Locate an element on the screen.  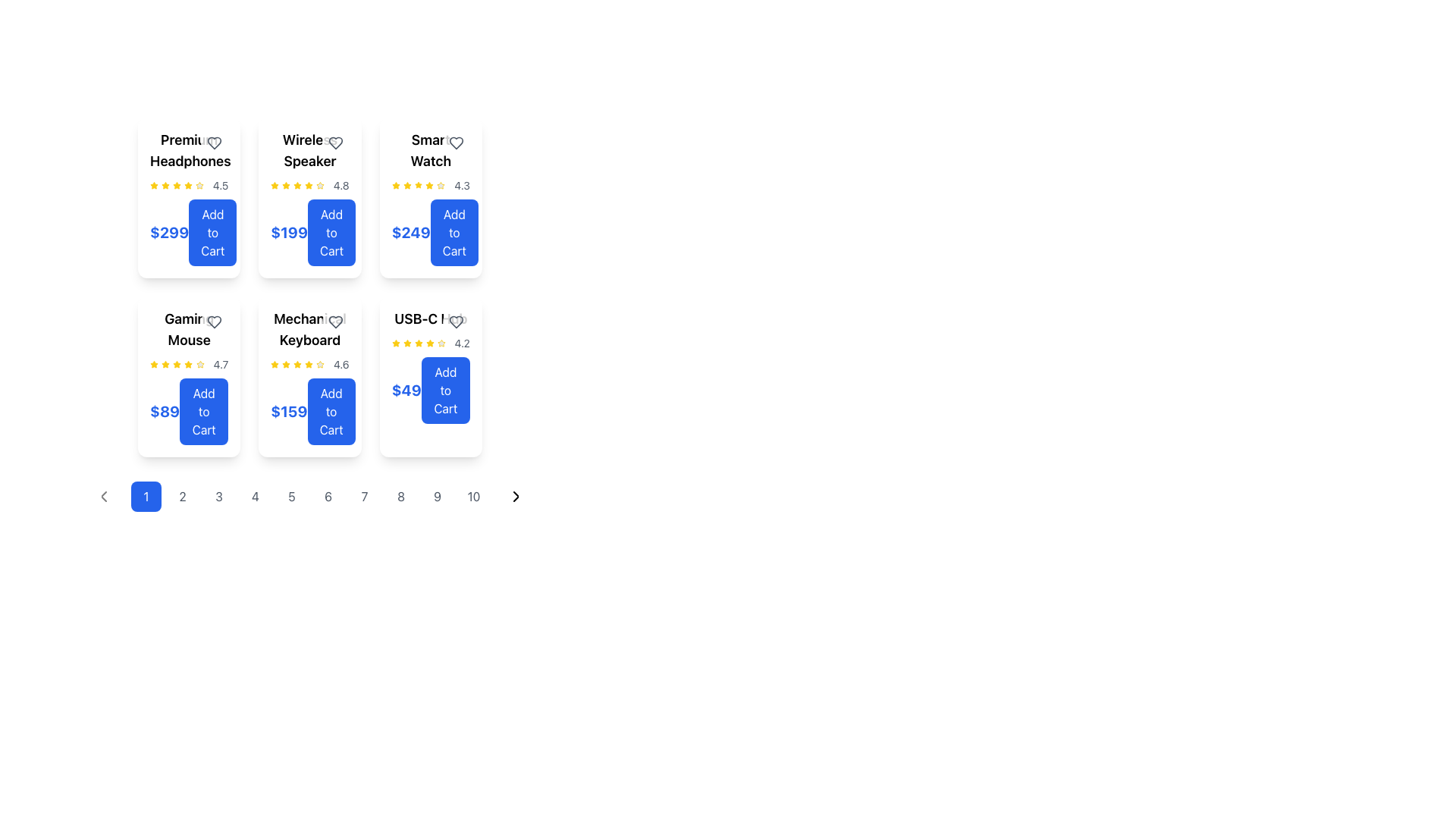
the fifth star icon representing the rating level for the 'Mechanical Keyboard' product located in the second row and second column of the layout grid is located at coordinates (319, 364).